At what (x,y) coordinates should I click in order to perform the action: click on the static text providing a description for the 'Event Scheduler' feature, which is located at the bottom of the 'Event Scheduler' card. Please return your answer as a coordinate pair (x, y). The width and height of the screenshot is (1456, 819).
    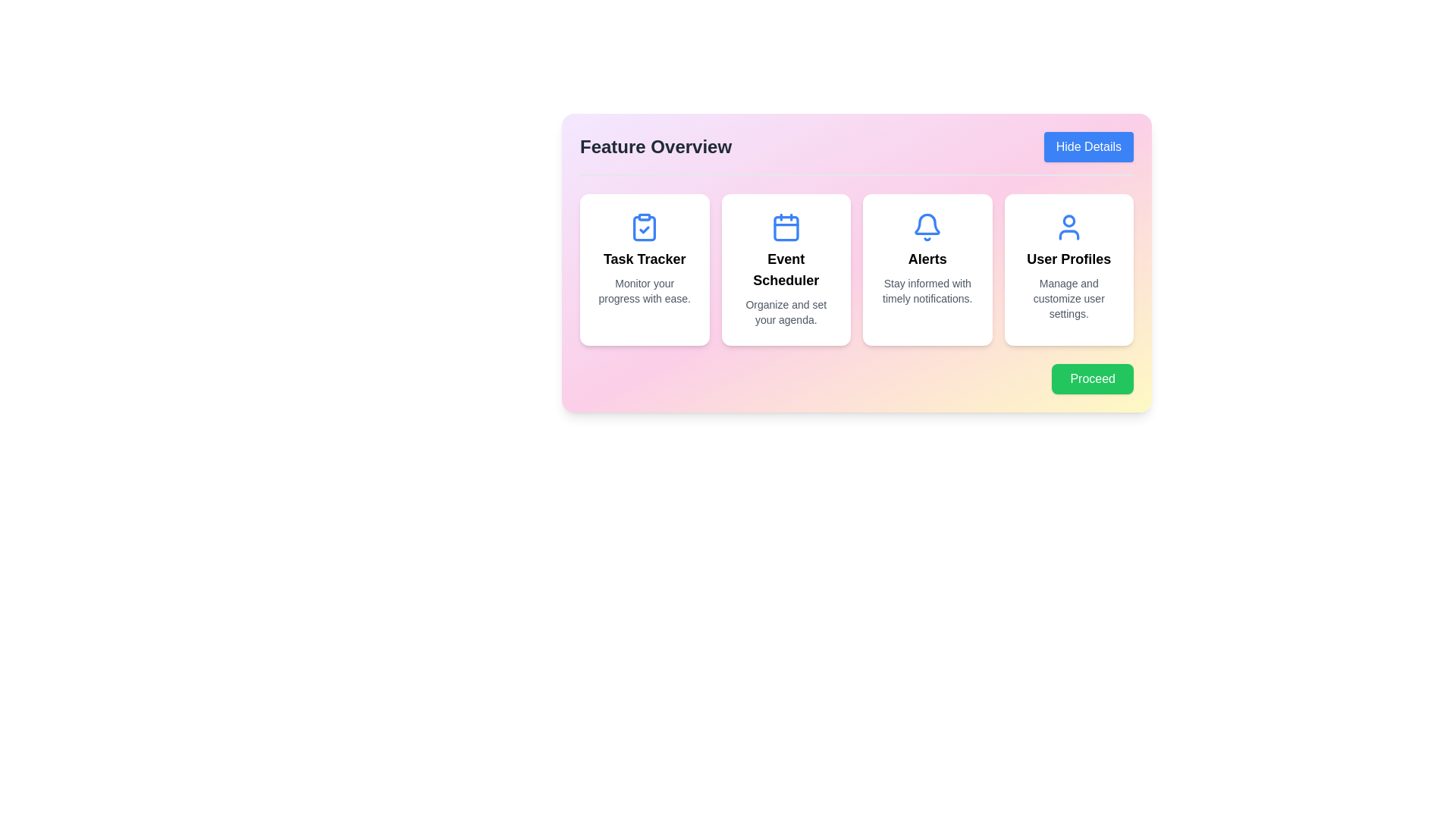
    Looking at the image, I should click on (786, 312).